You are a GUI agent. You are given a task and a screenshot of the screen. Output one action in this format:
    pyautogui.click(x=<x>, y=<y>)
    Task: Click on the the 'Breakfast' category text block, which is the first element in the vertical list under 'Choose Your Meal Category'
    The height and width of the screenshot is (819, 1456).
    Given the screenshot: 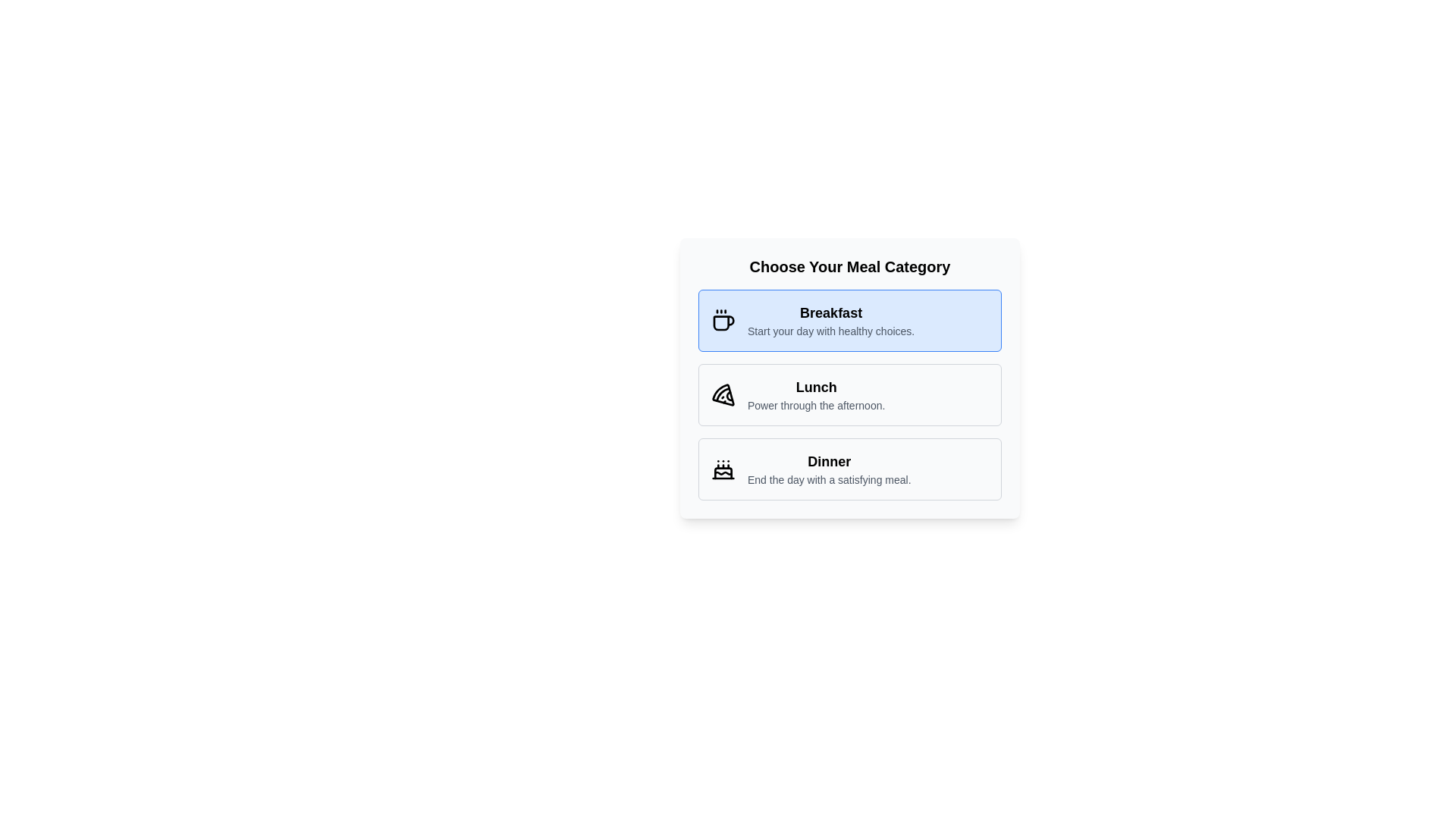 What is the action you would take?
    pyautogui.click(x=830, y=320)
    